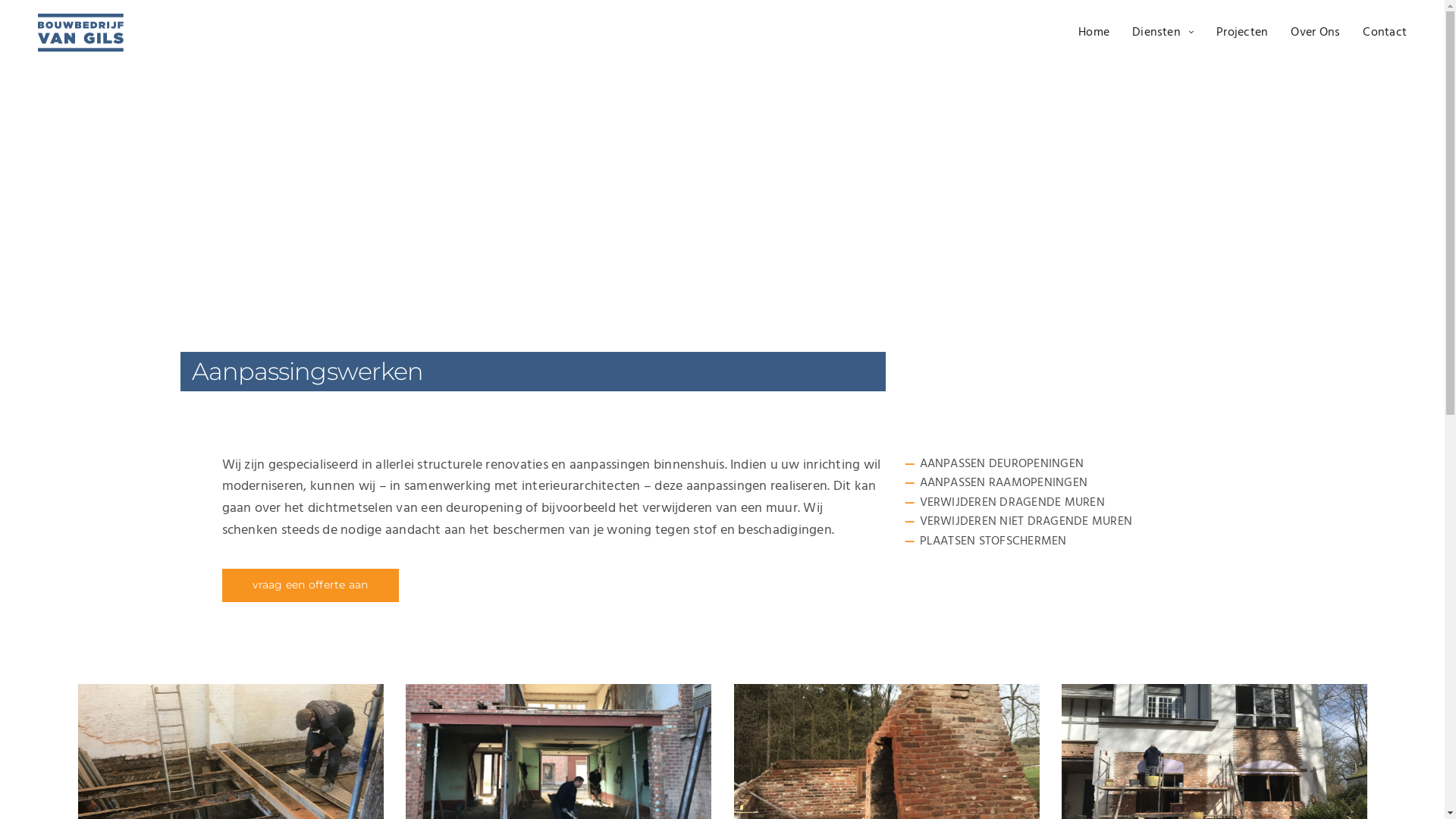  I want to click on 'Bouwbedrijf Van Gils', so click(80, 32).